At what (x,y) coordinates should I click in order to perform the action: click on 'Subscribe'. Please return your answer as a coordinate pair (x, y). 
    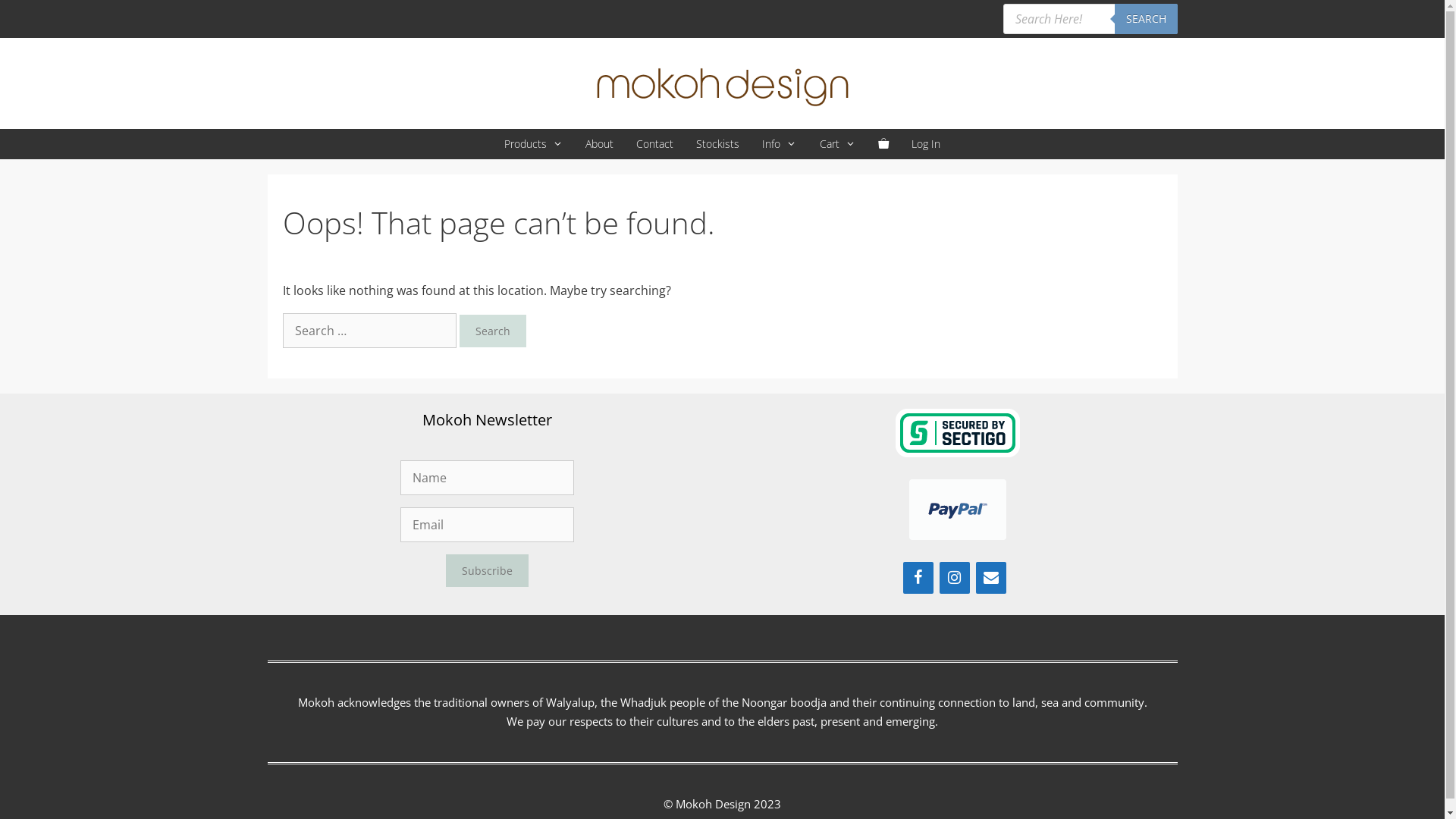
    Looking at the image, I should click on (487, 570).